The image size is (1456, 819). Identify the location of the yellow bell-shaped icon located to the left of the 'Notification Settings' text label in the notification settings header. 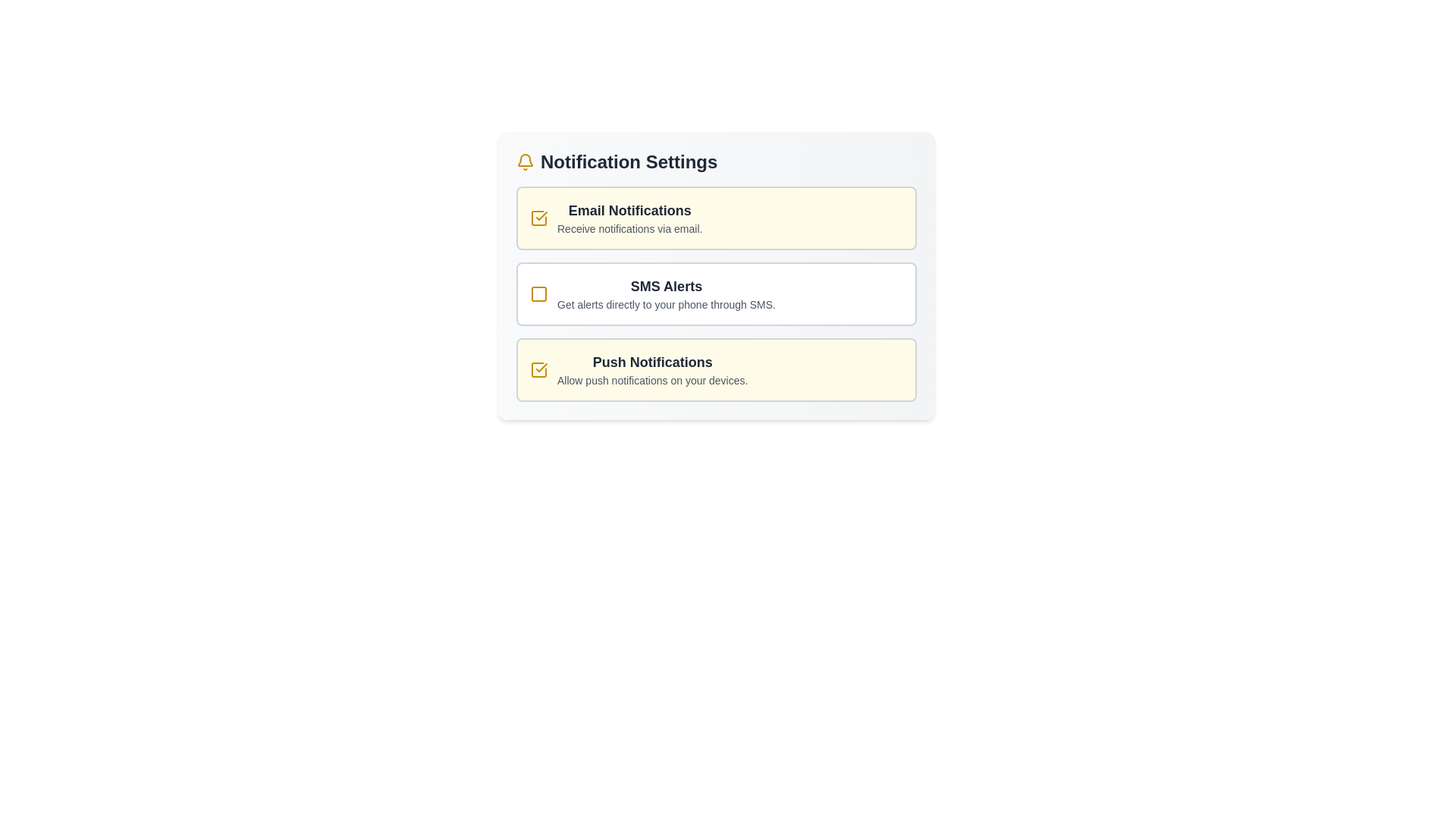
(525, 162).